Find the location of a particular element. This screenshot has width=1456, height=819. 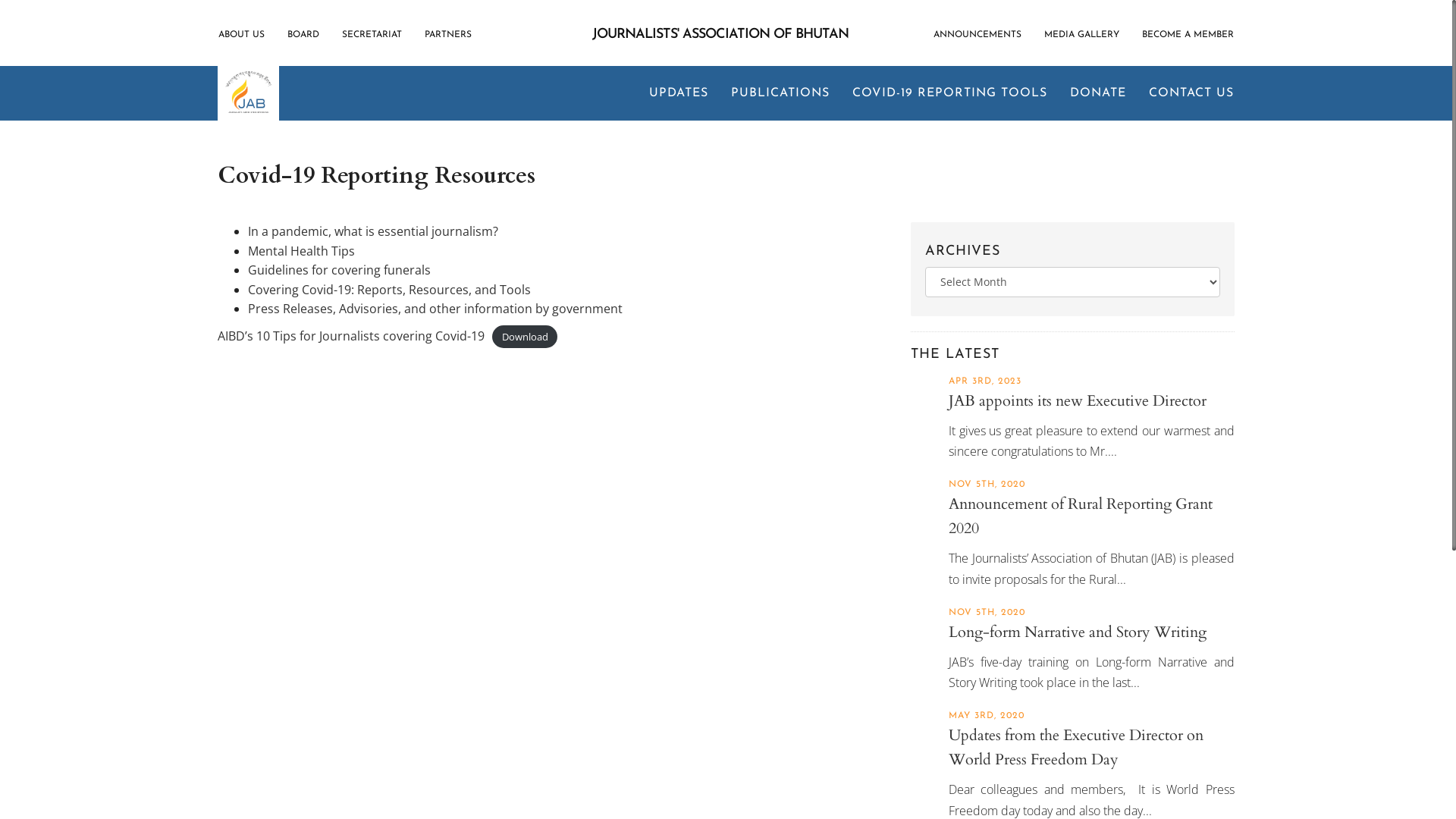

'BOARD' is located at coordinates (303, 34).